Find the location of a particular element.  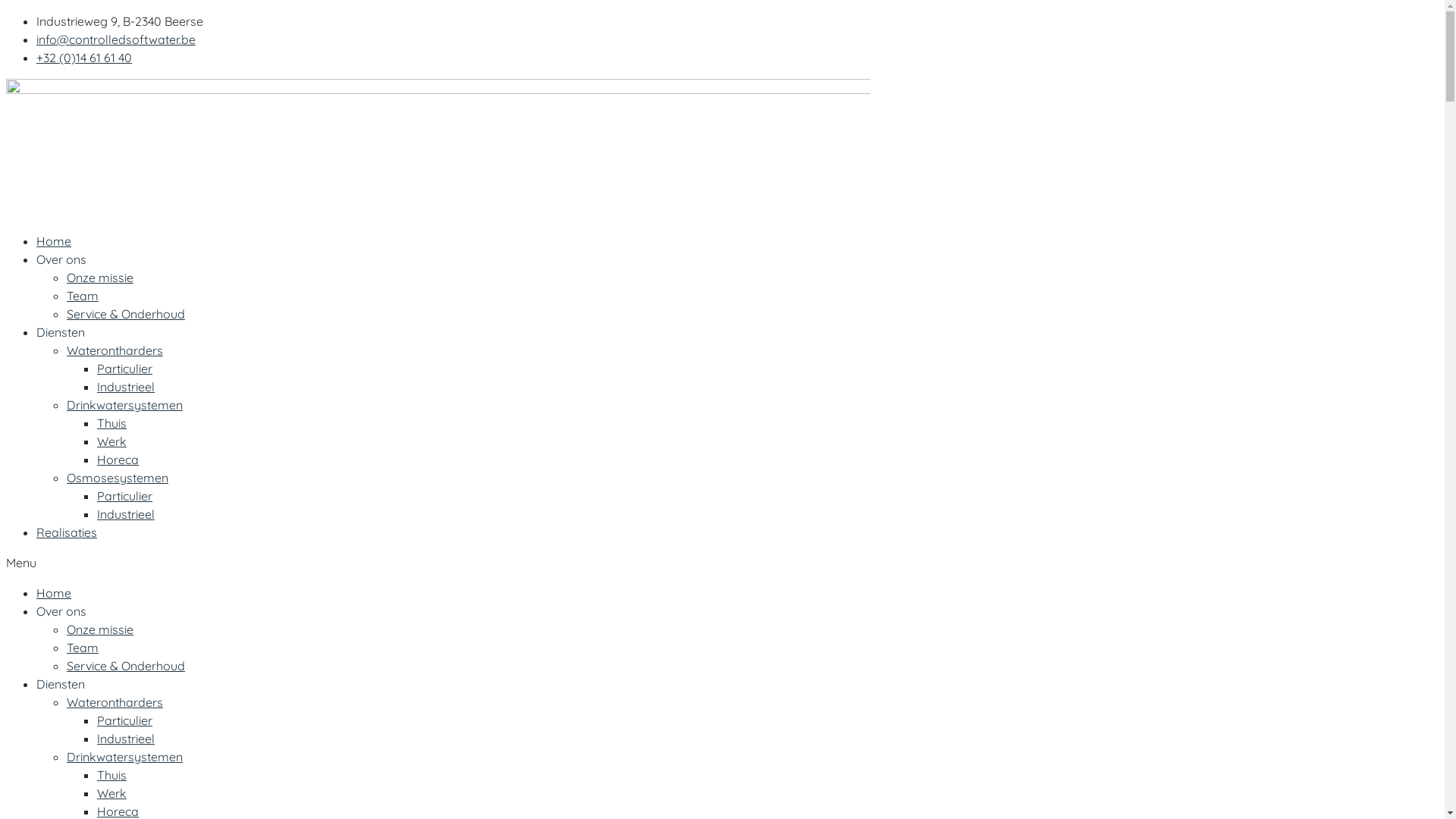

'Home' is located at coordinates (54, 240).